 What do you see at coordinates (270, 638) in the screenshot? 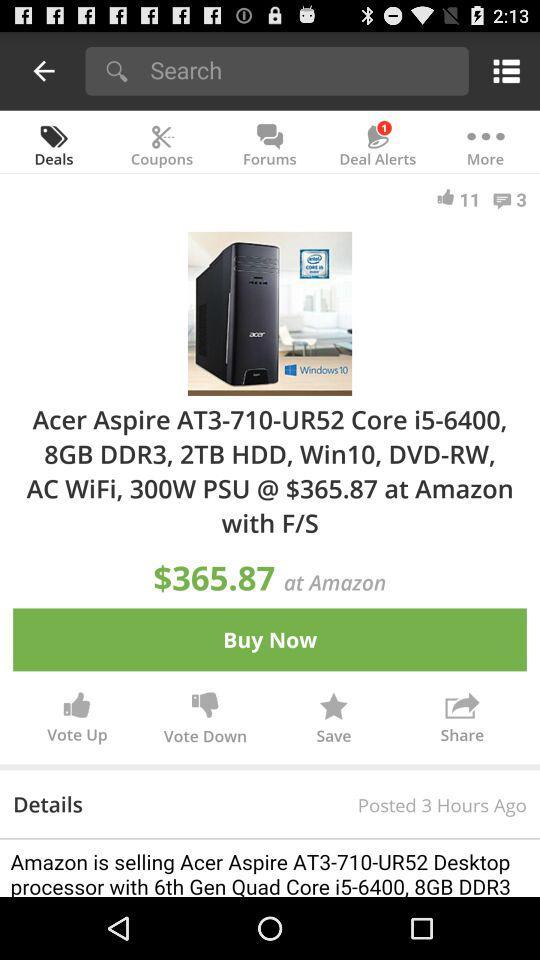
I see `app below $365.87 app` at bounding box center [270, 638].